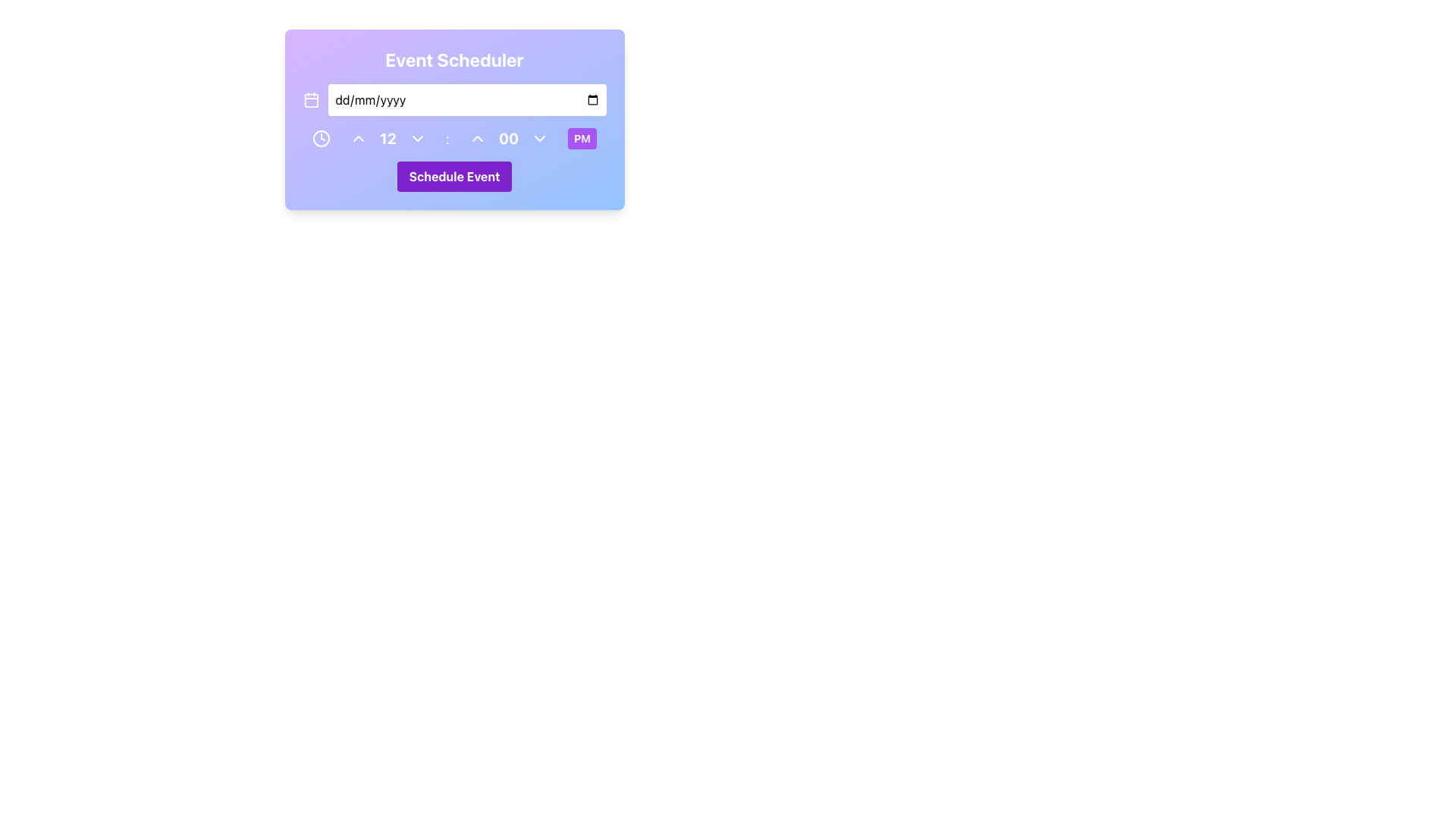  What do you see at coordinates (453, 175) in the screenshot?
I see `the rectangular button labeled 'Schedule Event' with a purple background` at bounding box center [453, 175].